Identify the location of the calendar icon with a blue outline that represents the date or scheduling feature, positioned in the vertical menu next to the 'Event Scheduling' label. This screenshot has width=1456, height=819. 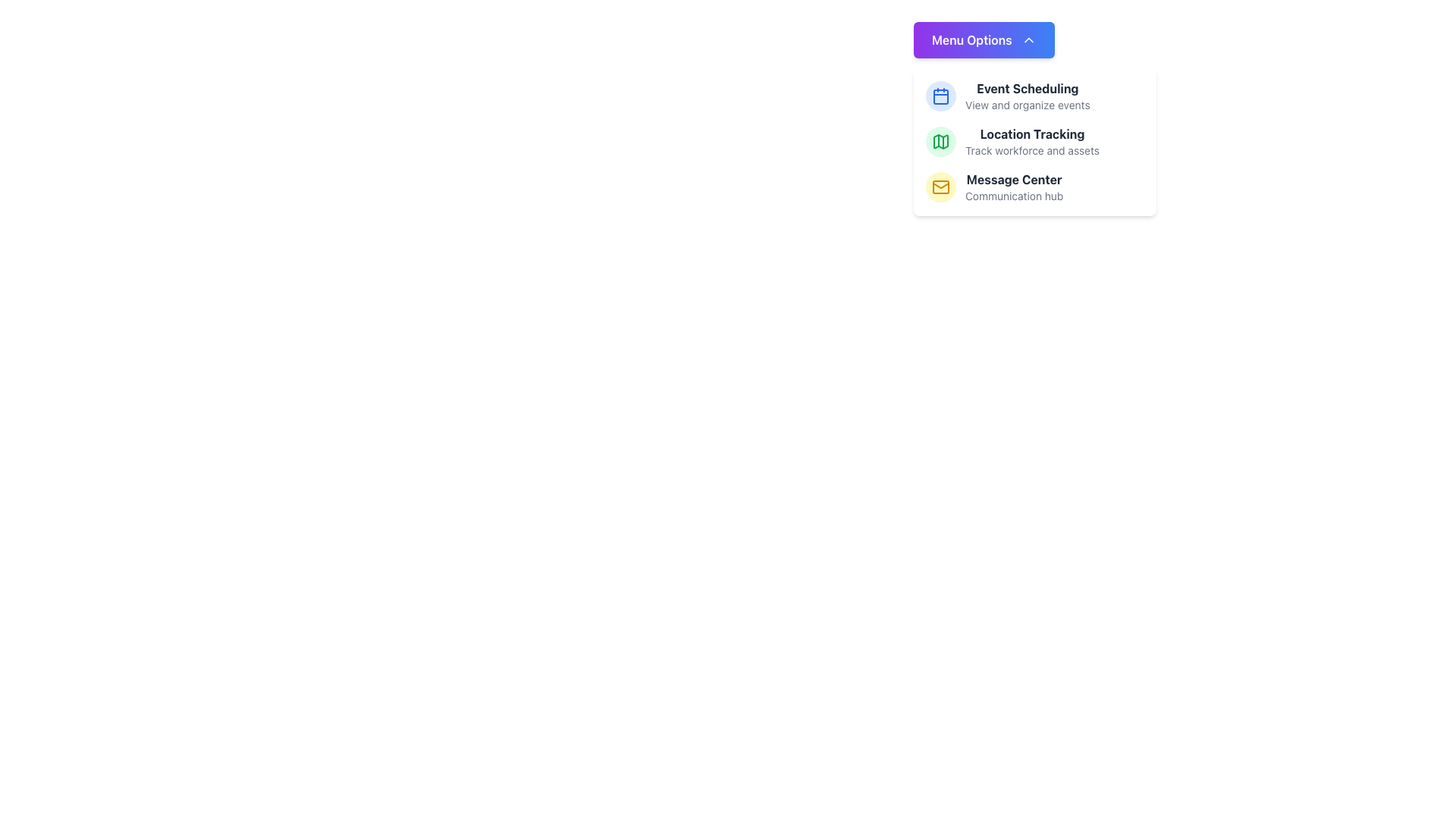
(940, 96).